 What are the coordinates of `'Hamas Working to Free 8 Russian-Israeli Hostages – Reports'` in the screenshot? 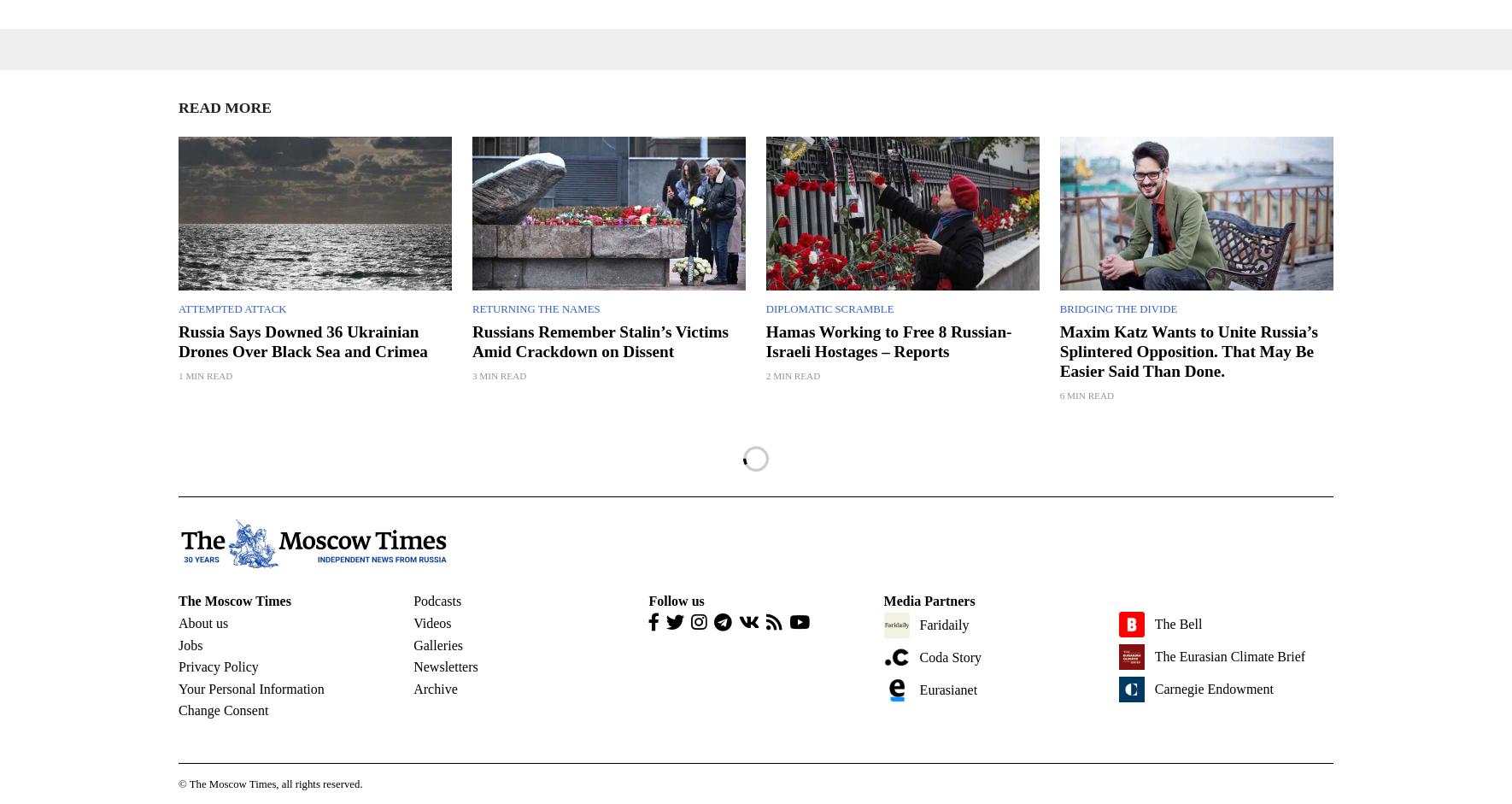 It's located at (764, 339).